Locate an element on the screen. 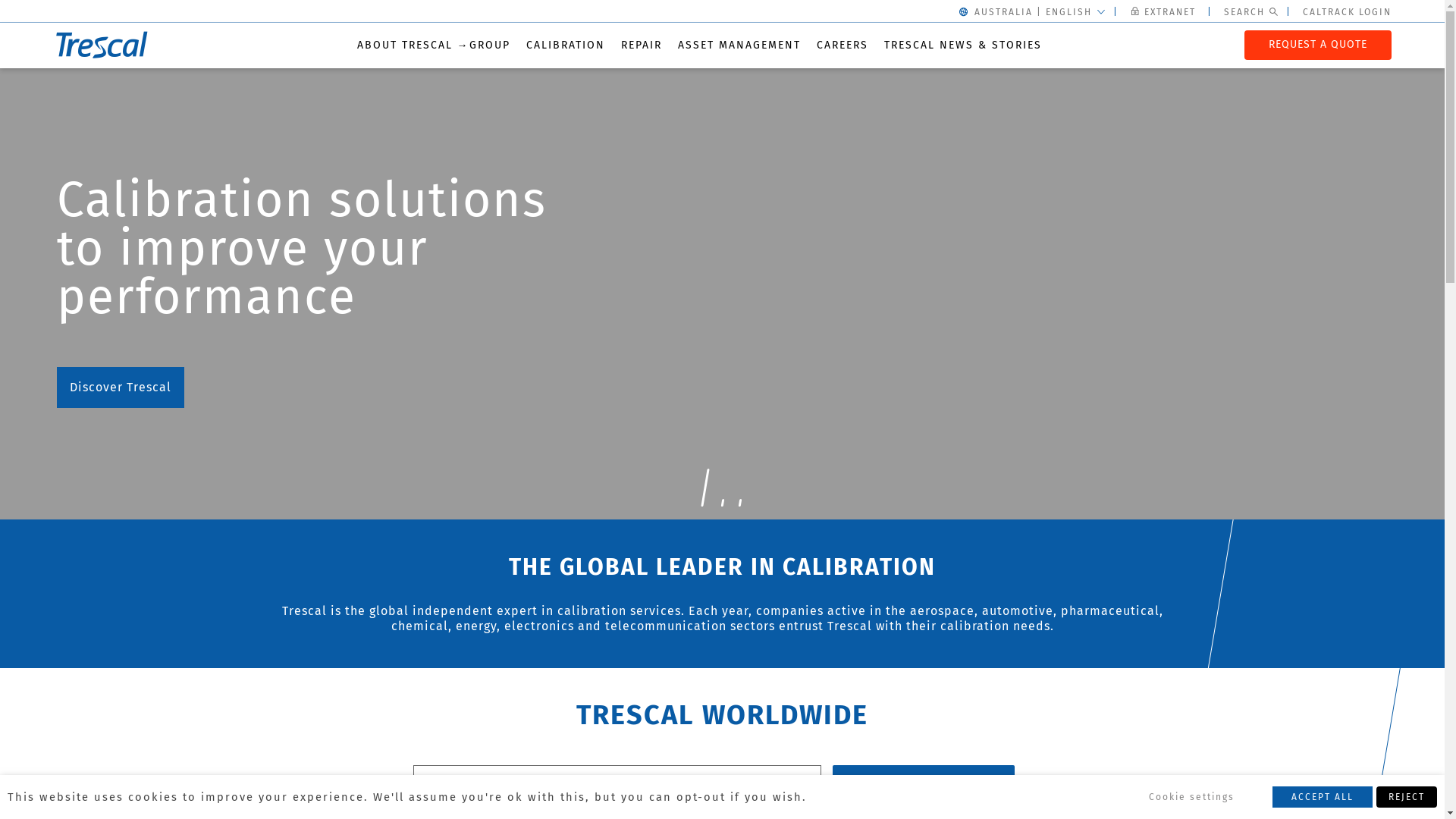 Image resolution: width=1456 pixels, height=819 pixels. 'Discover our job offers' is located at coordinates (140, 338).